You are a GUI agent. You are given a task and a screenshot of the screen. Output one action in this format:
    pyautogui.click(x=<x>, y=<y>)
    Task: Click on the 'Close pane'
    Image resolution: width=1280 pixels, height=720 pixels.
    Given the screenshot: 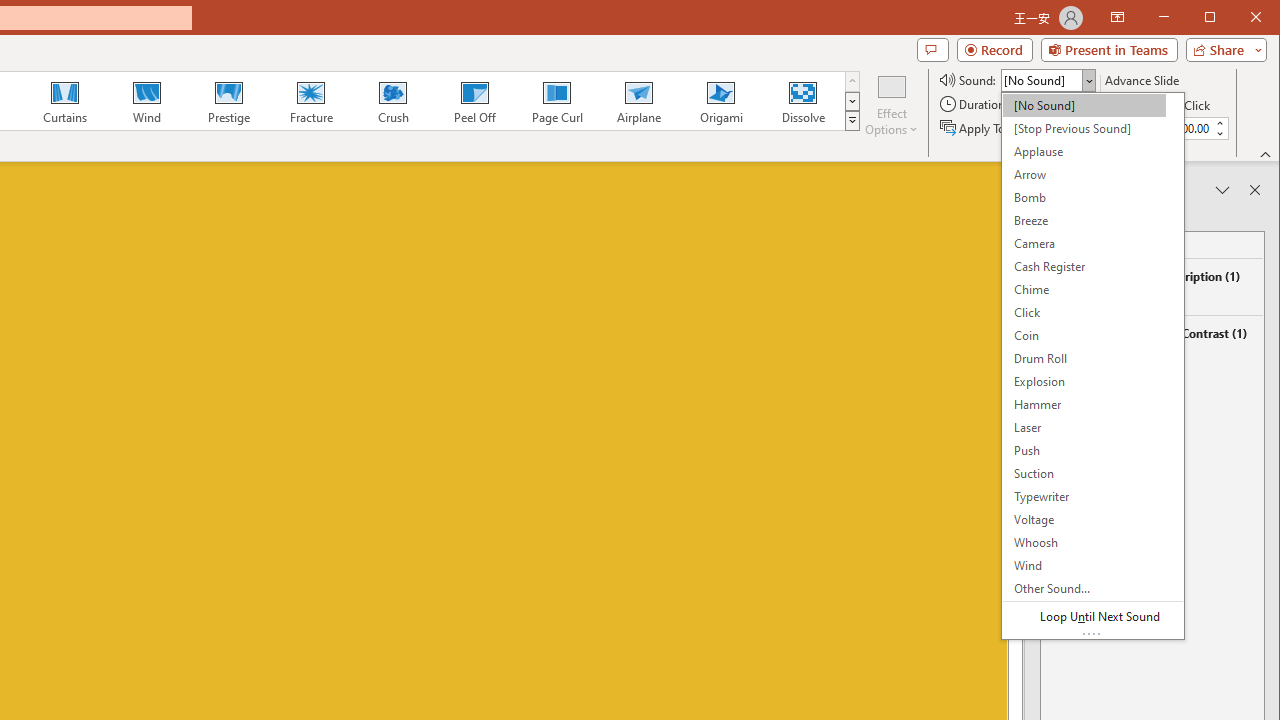 What is the action you would take?
    pyautogui.click(x=1254, y=190)
    